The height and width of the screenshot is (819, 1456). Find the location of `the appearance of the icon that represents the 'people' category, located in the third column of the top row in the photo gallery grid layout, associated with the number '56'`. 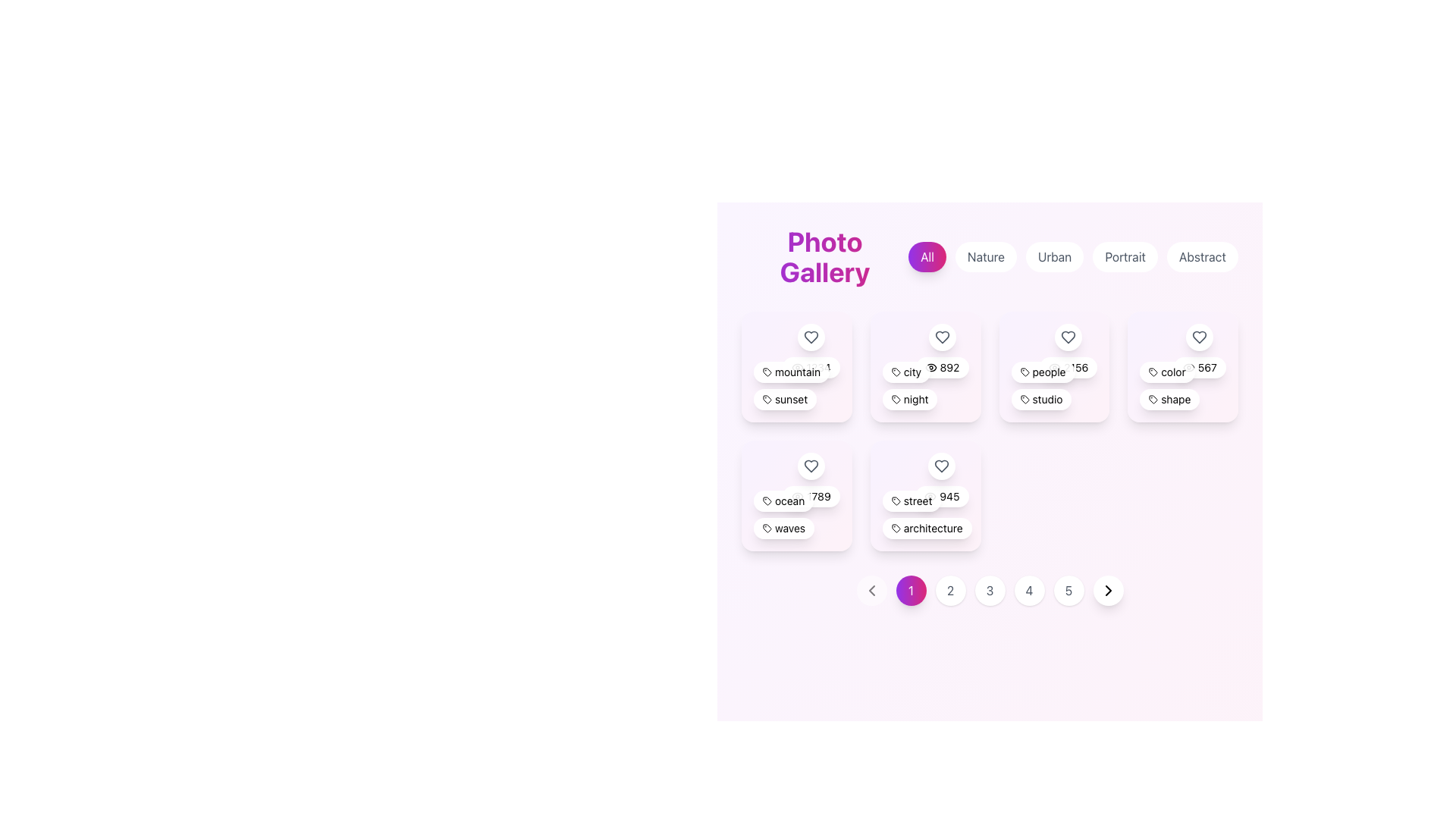

the appearance of the icon that represents the 'people' category, located in the third column of the top row in the photo gallery grid layout, associated with the number '56' is located at coordinates (1025, 398).